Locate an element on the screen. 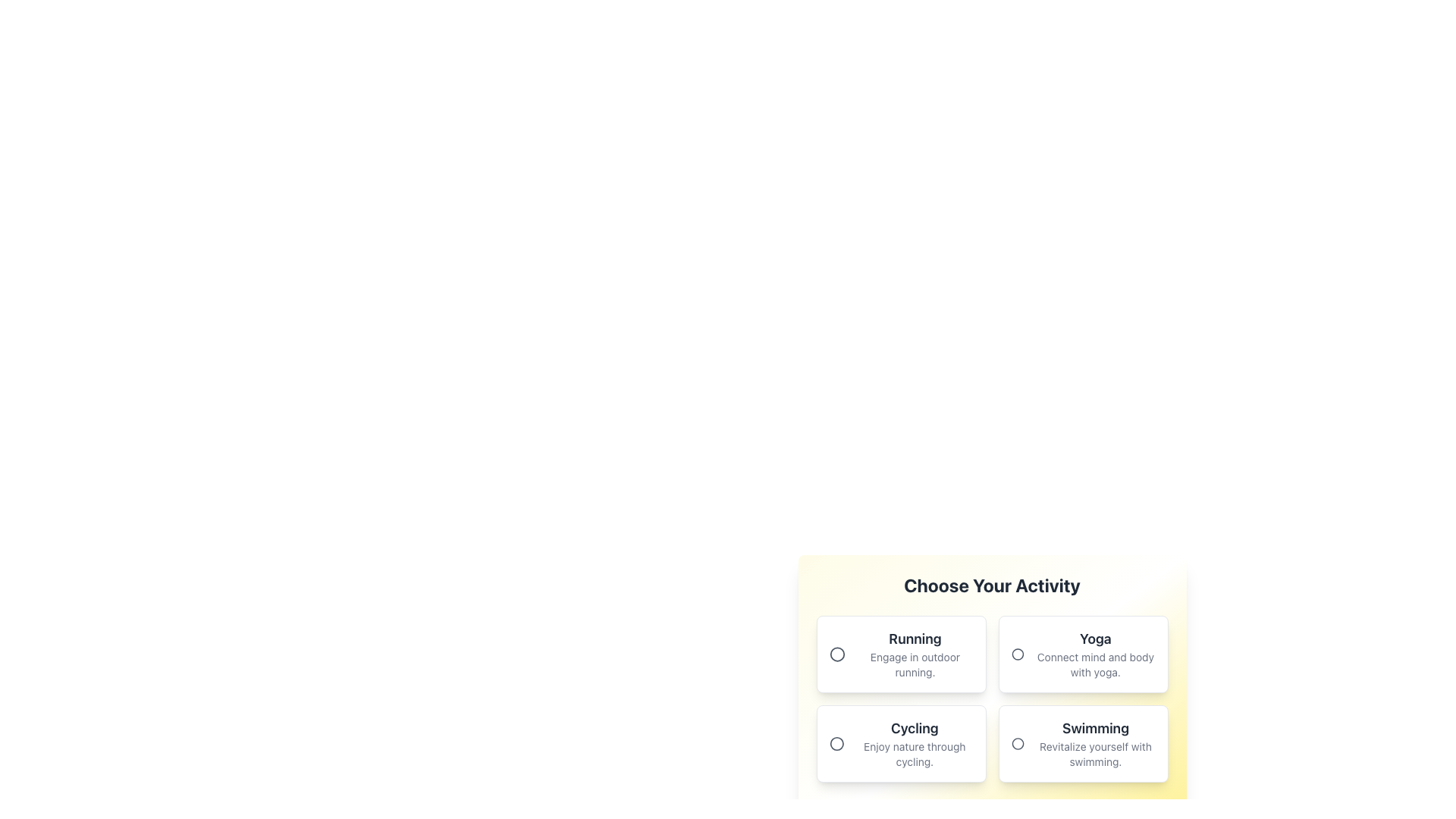 This screenshot has height=819, width=1456. the text label that identifies the activity 'Cycling' within the second card of the activity options grid, located below the title 'Choose Your Activity' is located at coordinates (914, 727).